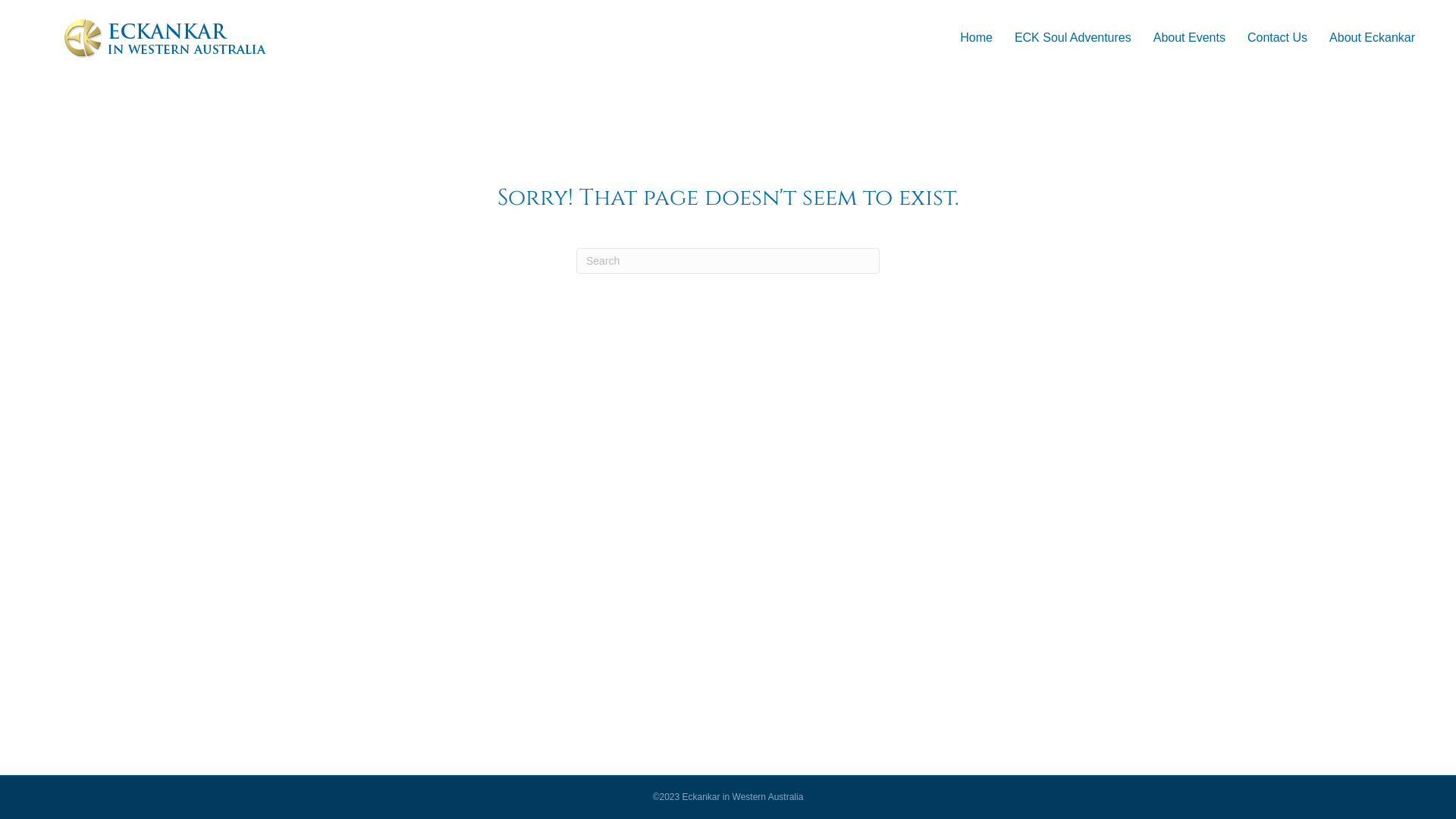 The image size is (1456, 819). I want to click on 'ECK Soul Adventures', so click(1004, 36).